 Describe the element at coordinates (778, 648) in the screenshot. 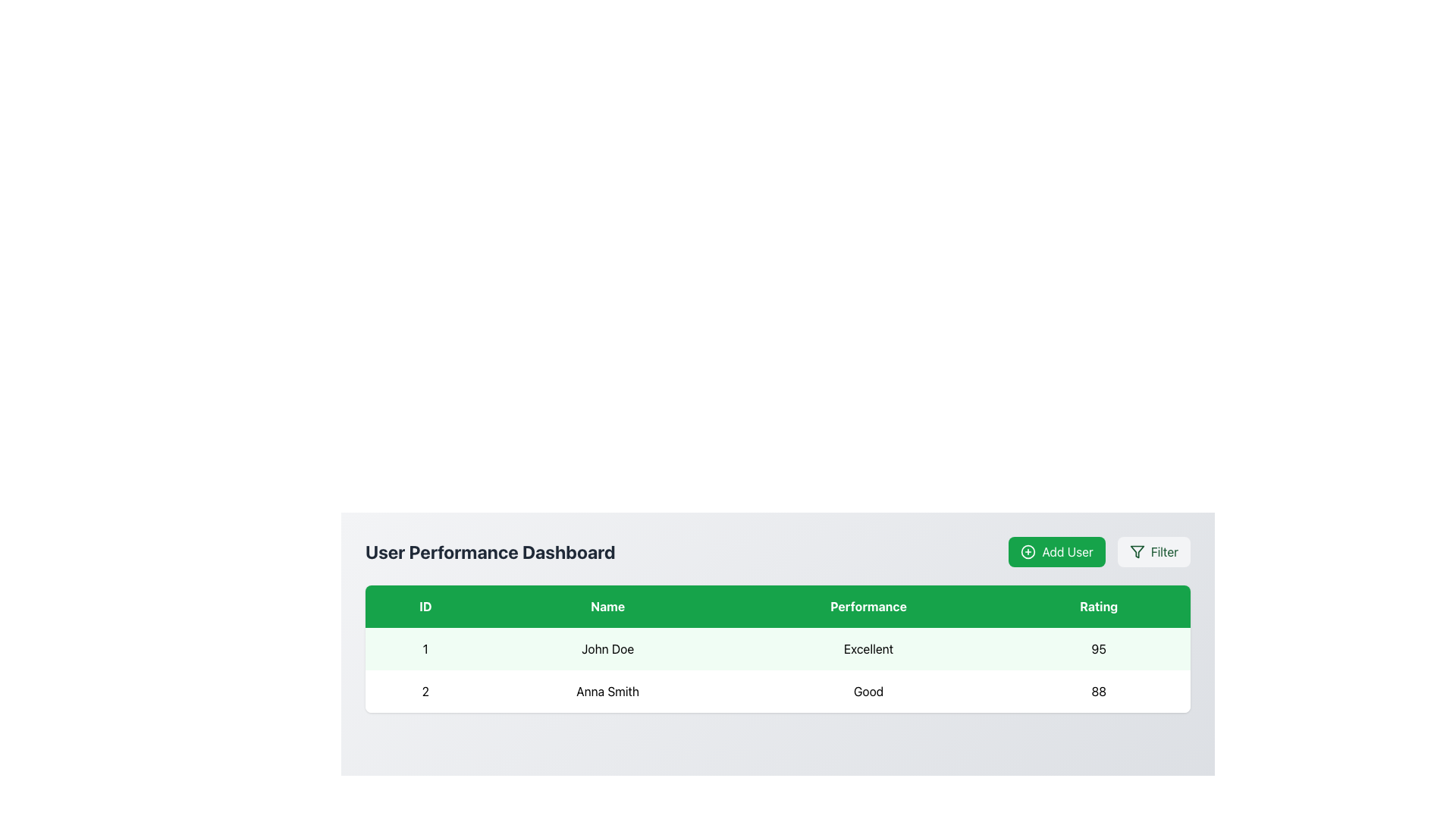

I see `the first row of the table containing 'John Doe' with a performance indicator of 'Excellent' and a rating of '95' for reordering` at that location.